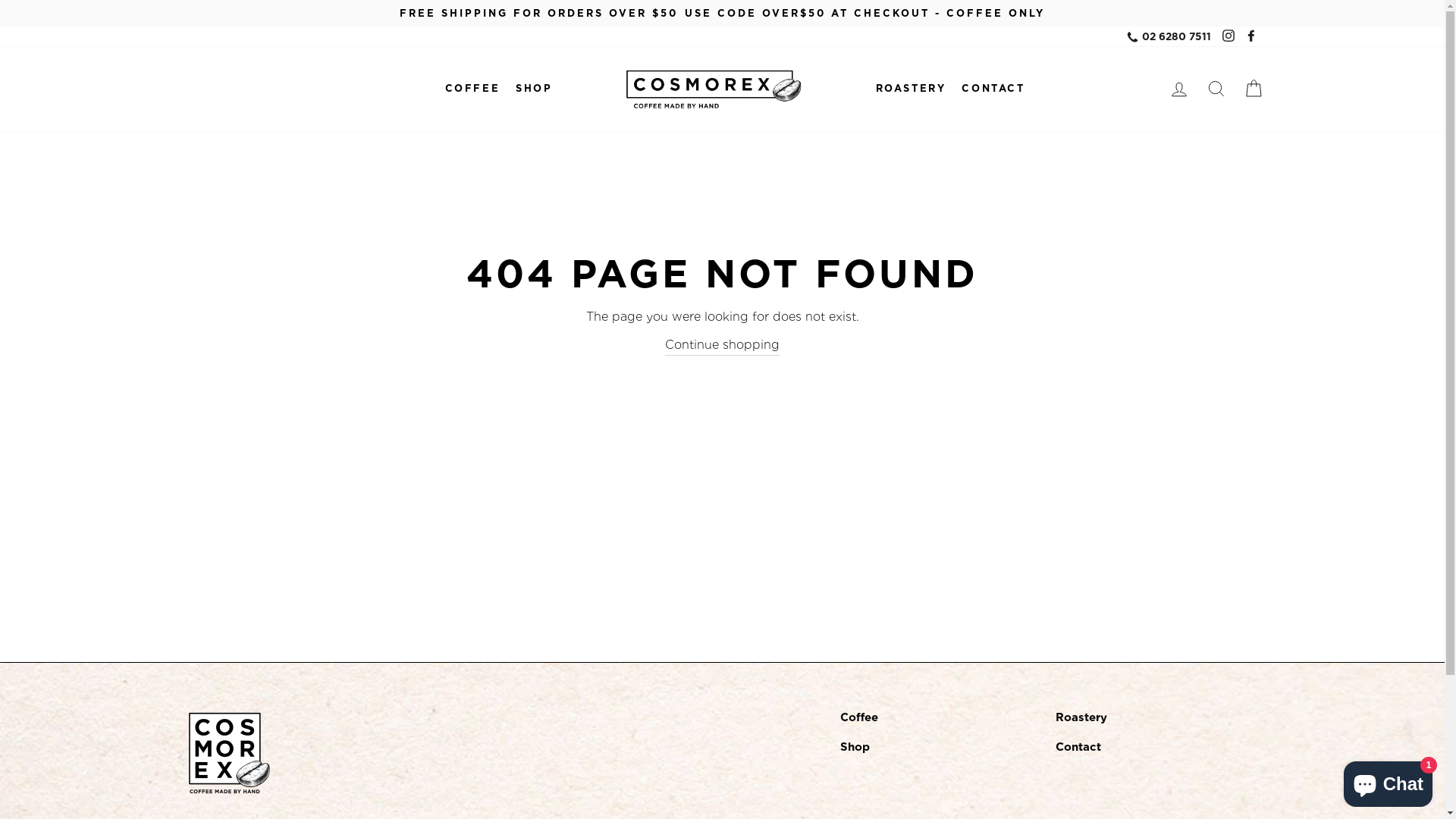 This screenshot has width=1456, height=819. What do you see at coordinates (0, 0) in the screenshot?
I see `'Skip to content'` at bounding box center [0, 0].